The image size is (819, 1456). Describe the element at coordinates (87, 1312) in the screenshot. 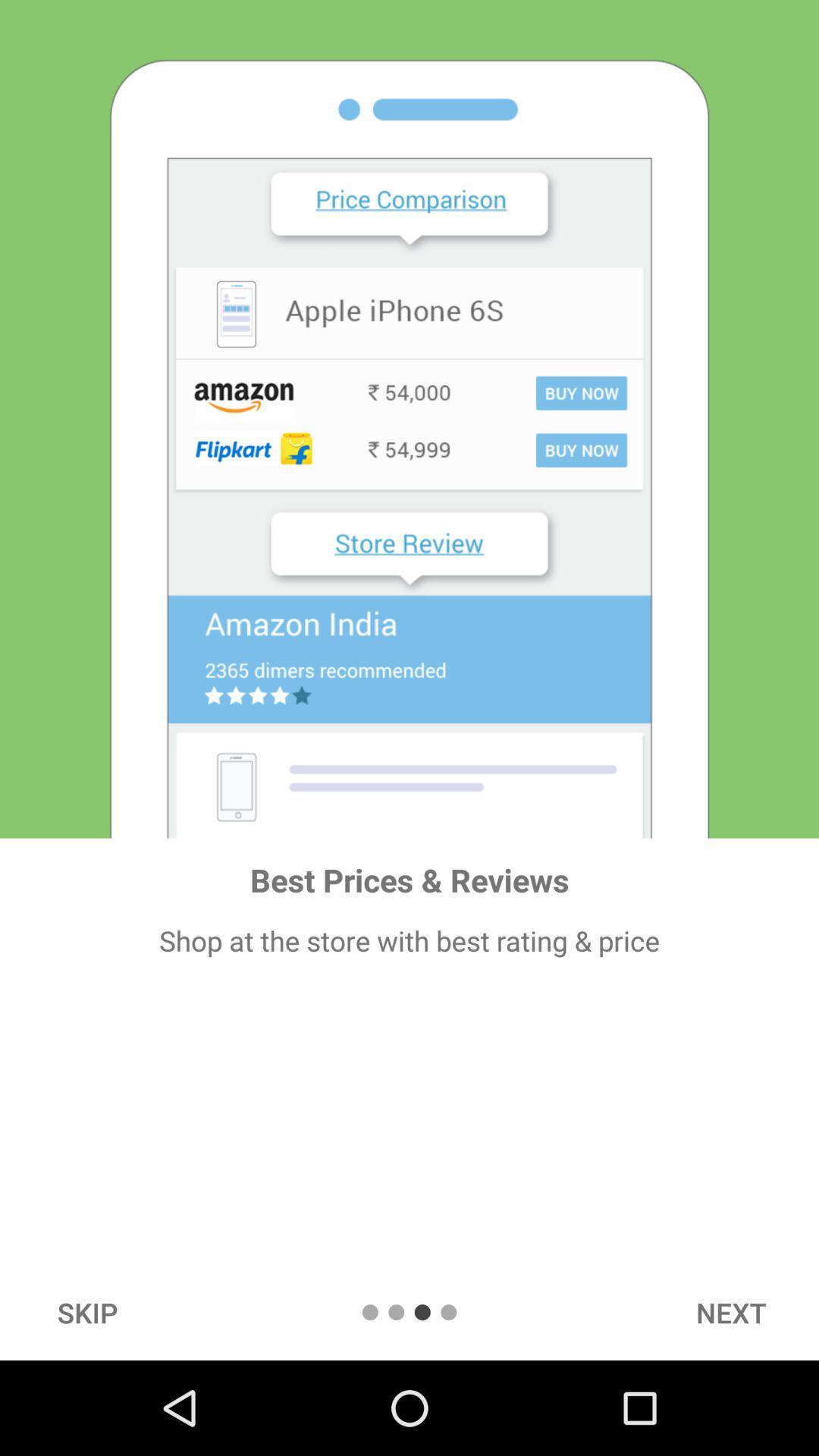

I see `skip` at that location.